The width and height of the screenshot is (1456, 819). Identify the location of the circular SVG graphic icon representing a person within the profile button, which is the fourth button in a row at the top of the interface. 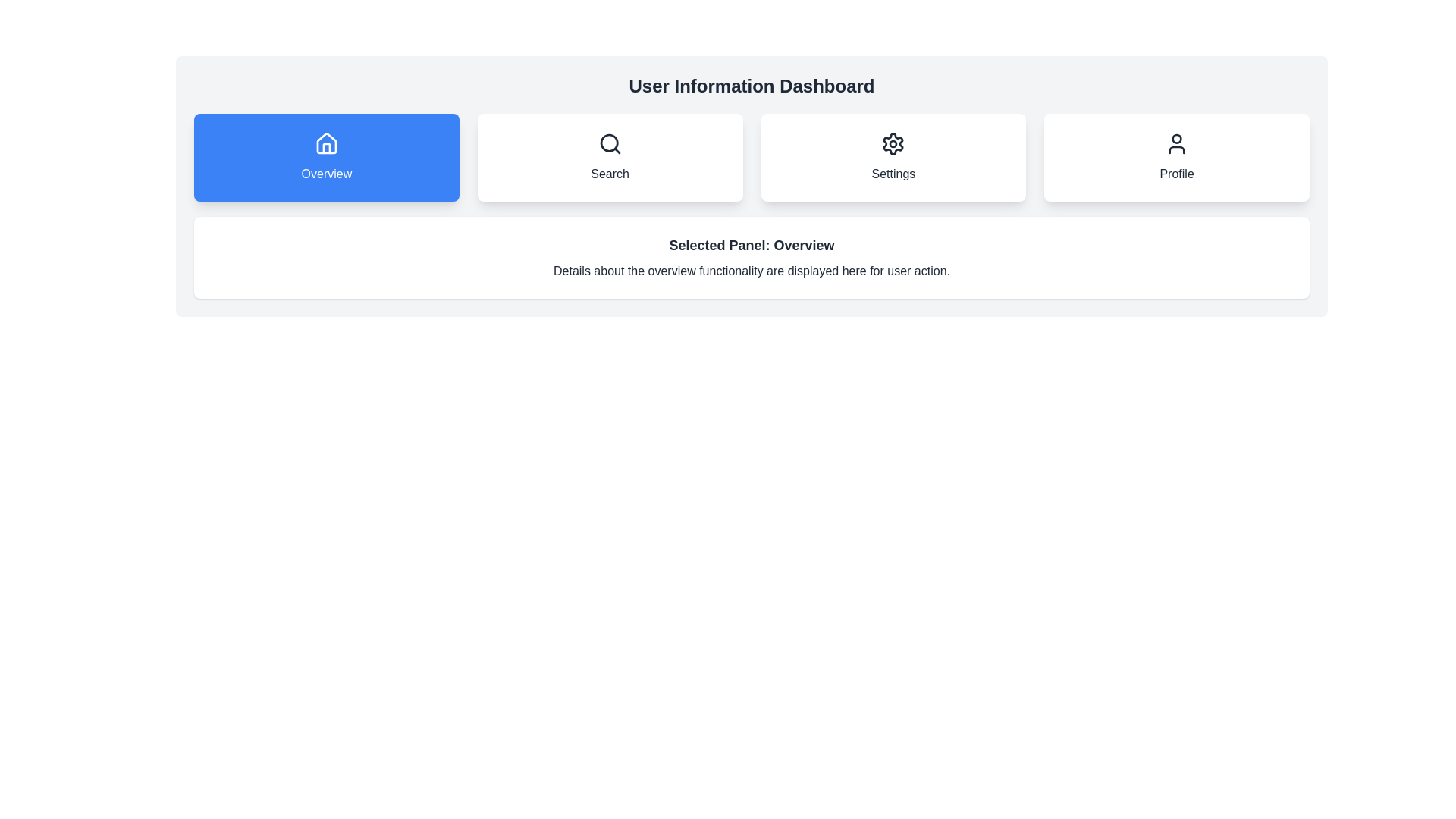
(1176, 139).